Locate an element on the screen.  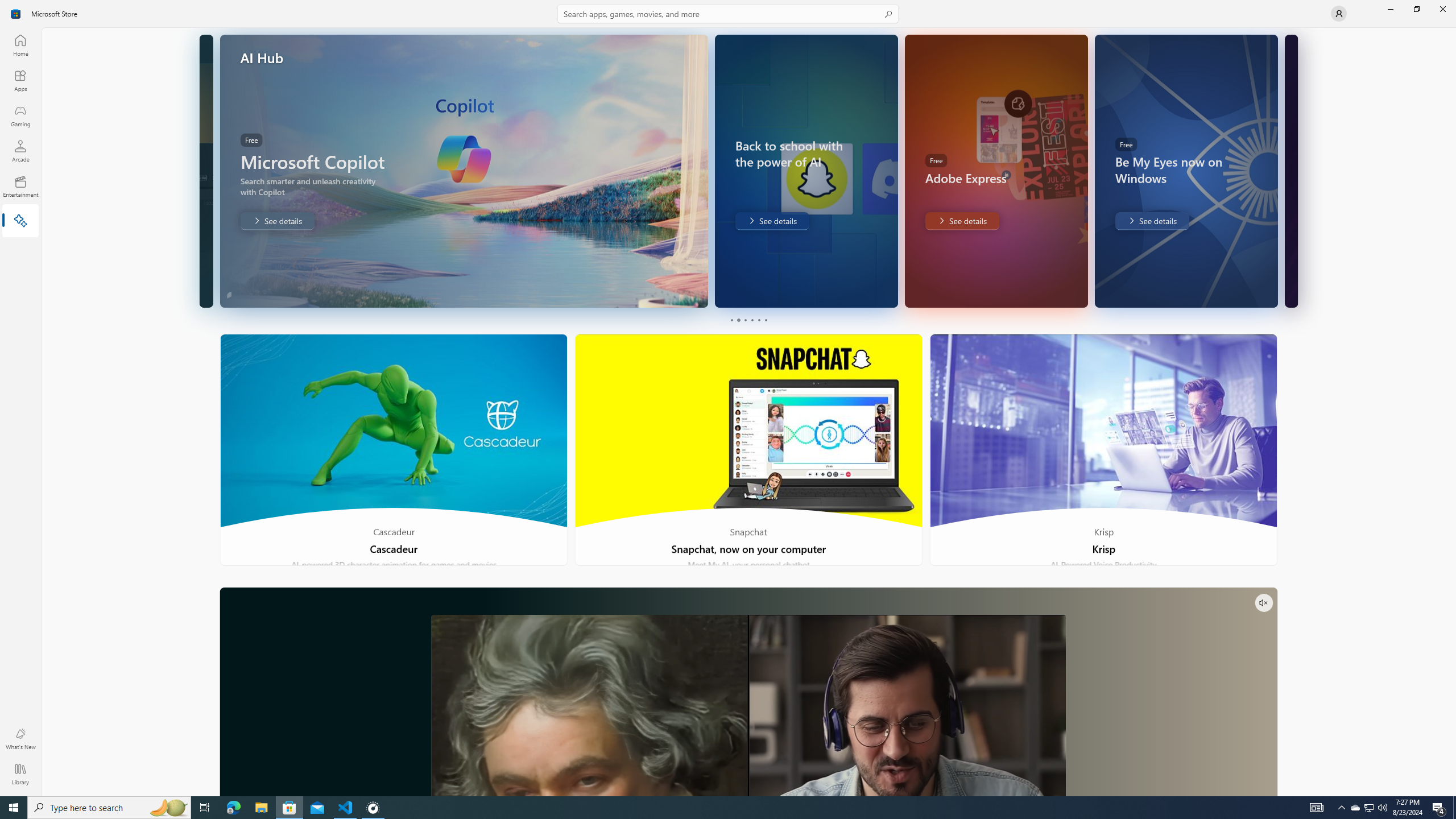
'Page 1' is located at coordinates (731, 320).